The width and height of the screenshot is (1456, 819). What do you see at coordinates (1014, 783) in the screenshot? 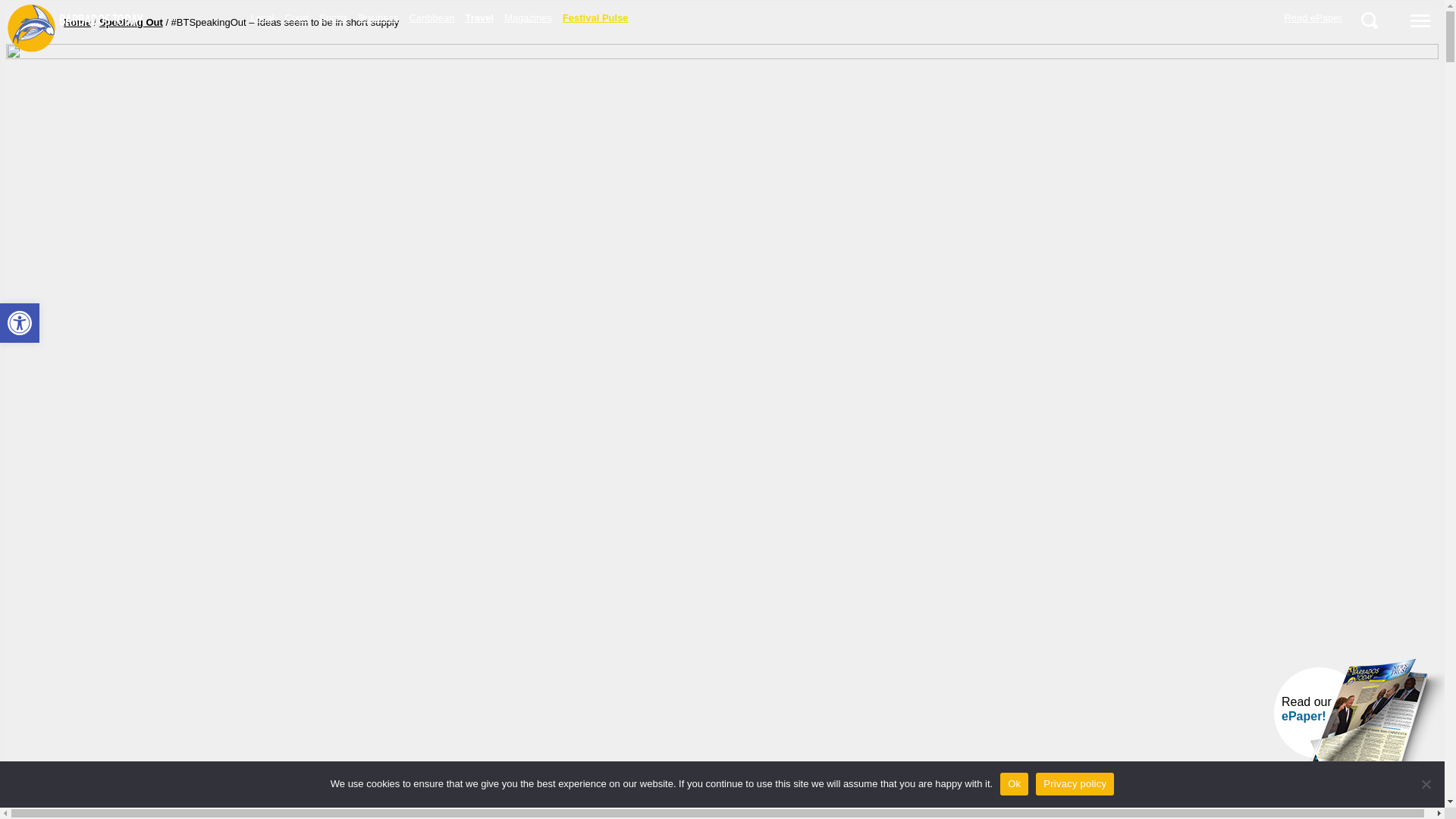
I see `'Ok'` at bounding box center [1014, 783].